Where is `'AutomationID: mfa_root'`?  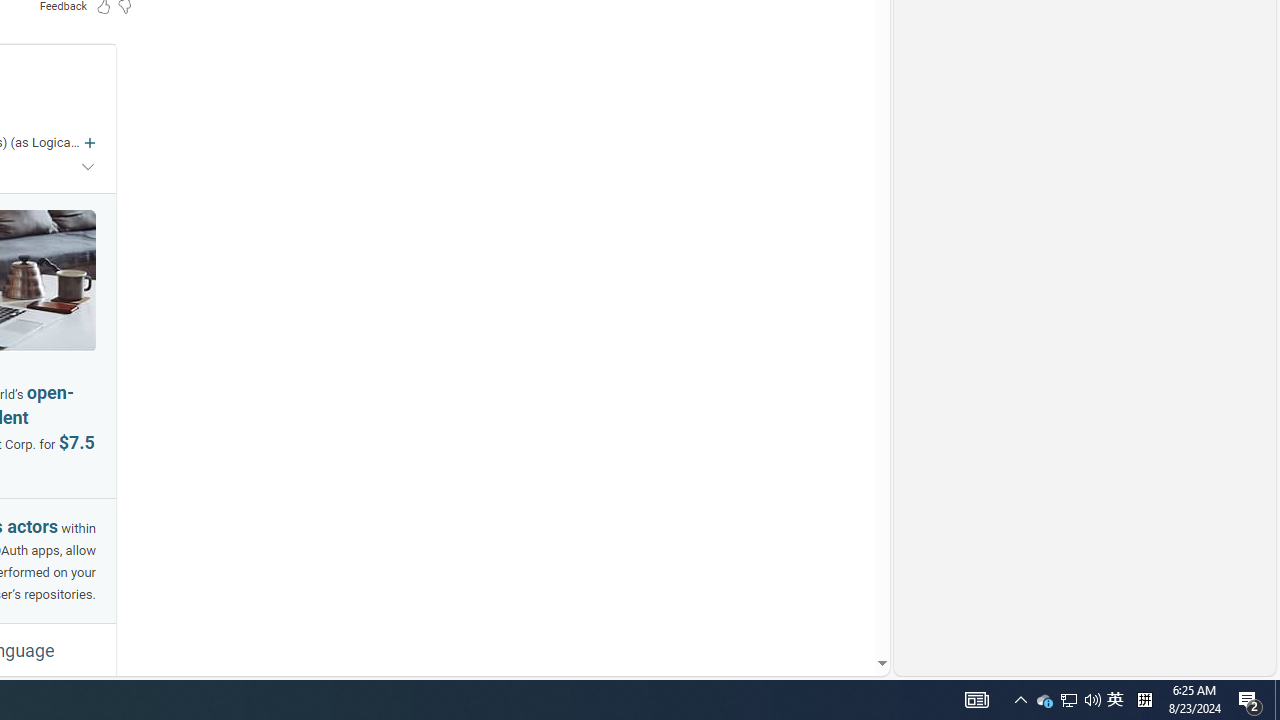 'AutomationID: mfa_root' is located at coordinates (807, 602).